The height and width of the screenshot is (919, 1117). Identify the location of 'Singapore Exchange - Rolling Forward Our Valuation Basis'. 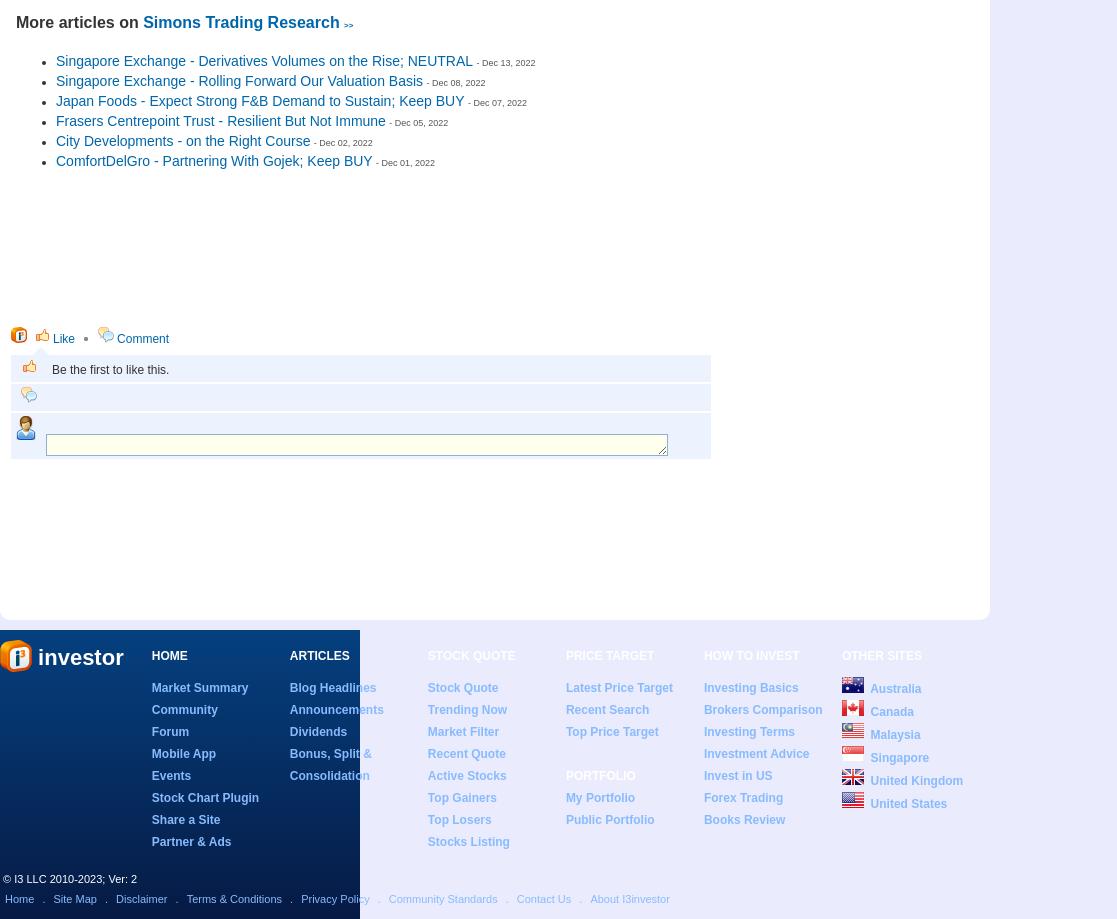
(55, 80).